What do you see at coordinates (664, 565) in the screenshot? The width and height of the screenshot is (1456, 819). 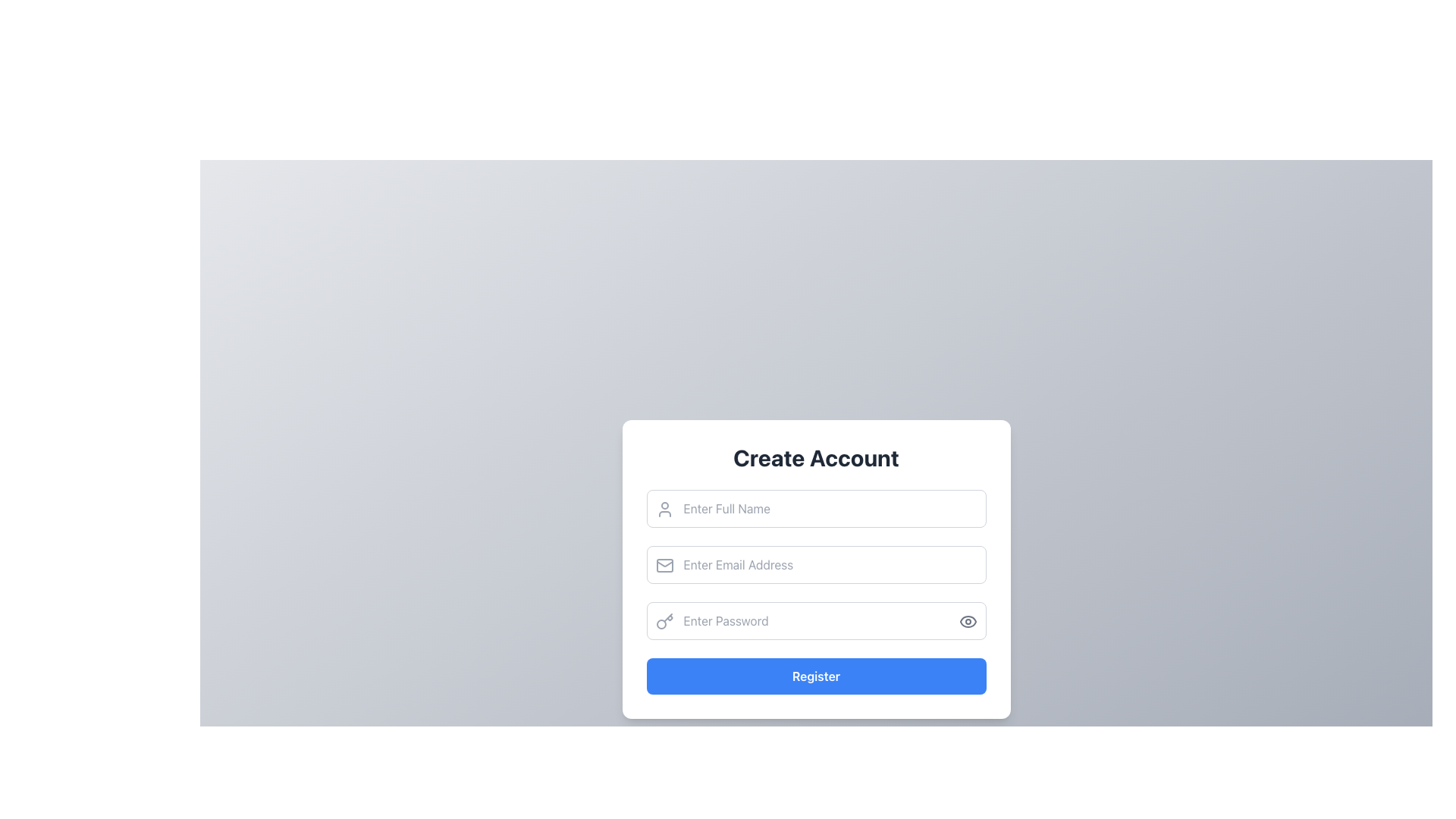 I see `the small mail icon located within the 'Enter Email Address' input field, positioned to the left of the placeholder text` at bounding box center [664, 565].